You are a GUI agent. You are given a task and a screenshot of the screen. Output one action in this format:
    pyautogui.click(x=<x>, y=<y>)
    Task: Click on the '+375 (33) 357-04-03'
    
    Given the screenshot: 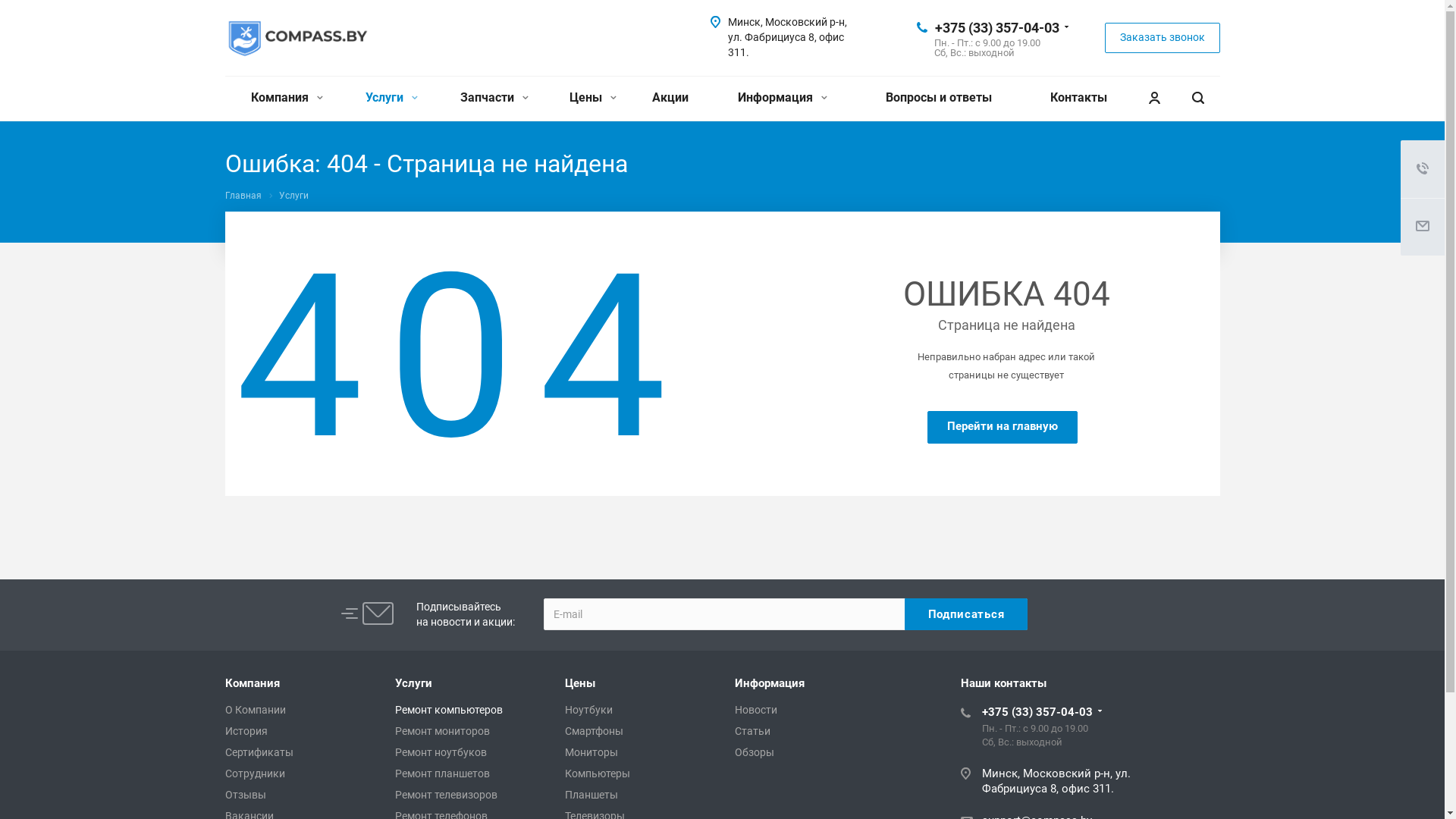 What is the action you would take?
    pyautogui.click(x=1037, y=711)
    